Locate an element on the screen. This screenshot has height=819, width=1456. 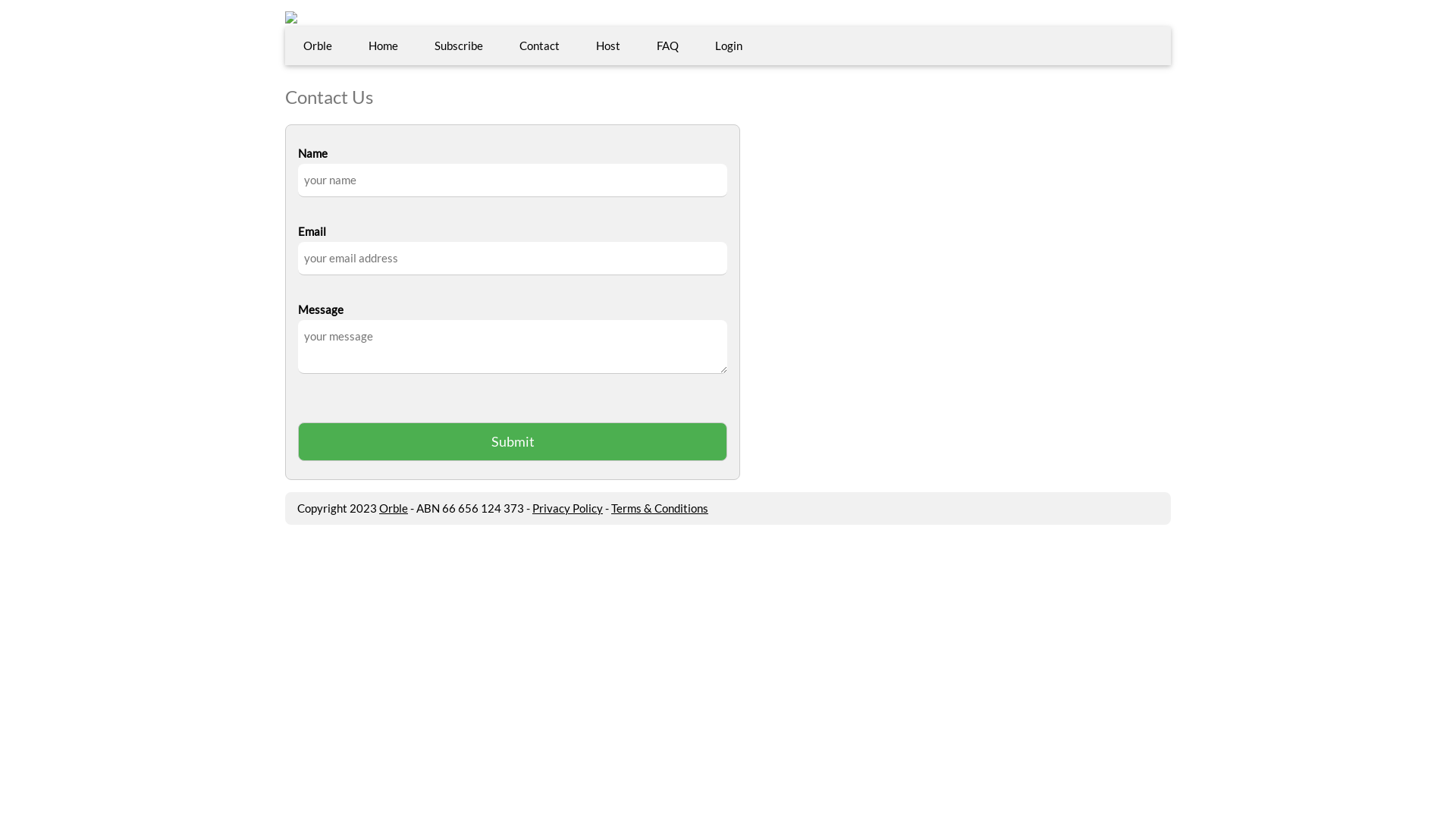
'FAQ' is located at coordinates (667, 45).